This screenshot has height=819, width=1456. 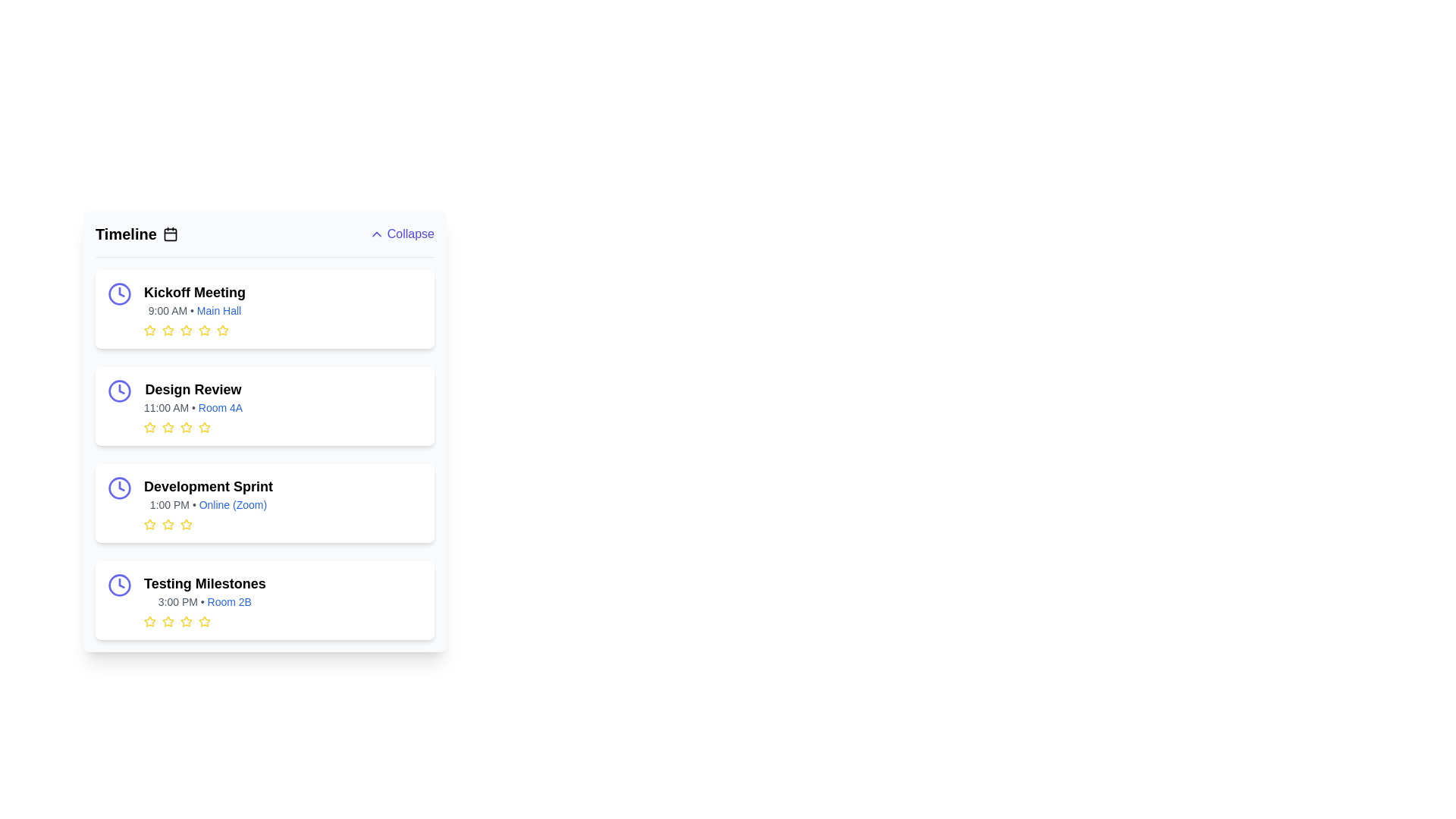 I want to click on the text label displaying '3:00 PM • Room 2B', which is styled in smaller font with gray and blue accents and located under the 'Testing Milestones' header, so click(x=204, y=601).